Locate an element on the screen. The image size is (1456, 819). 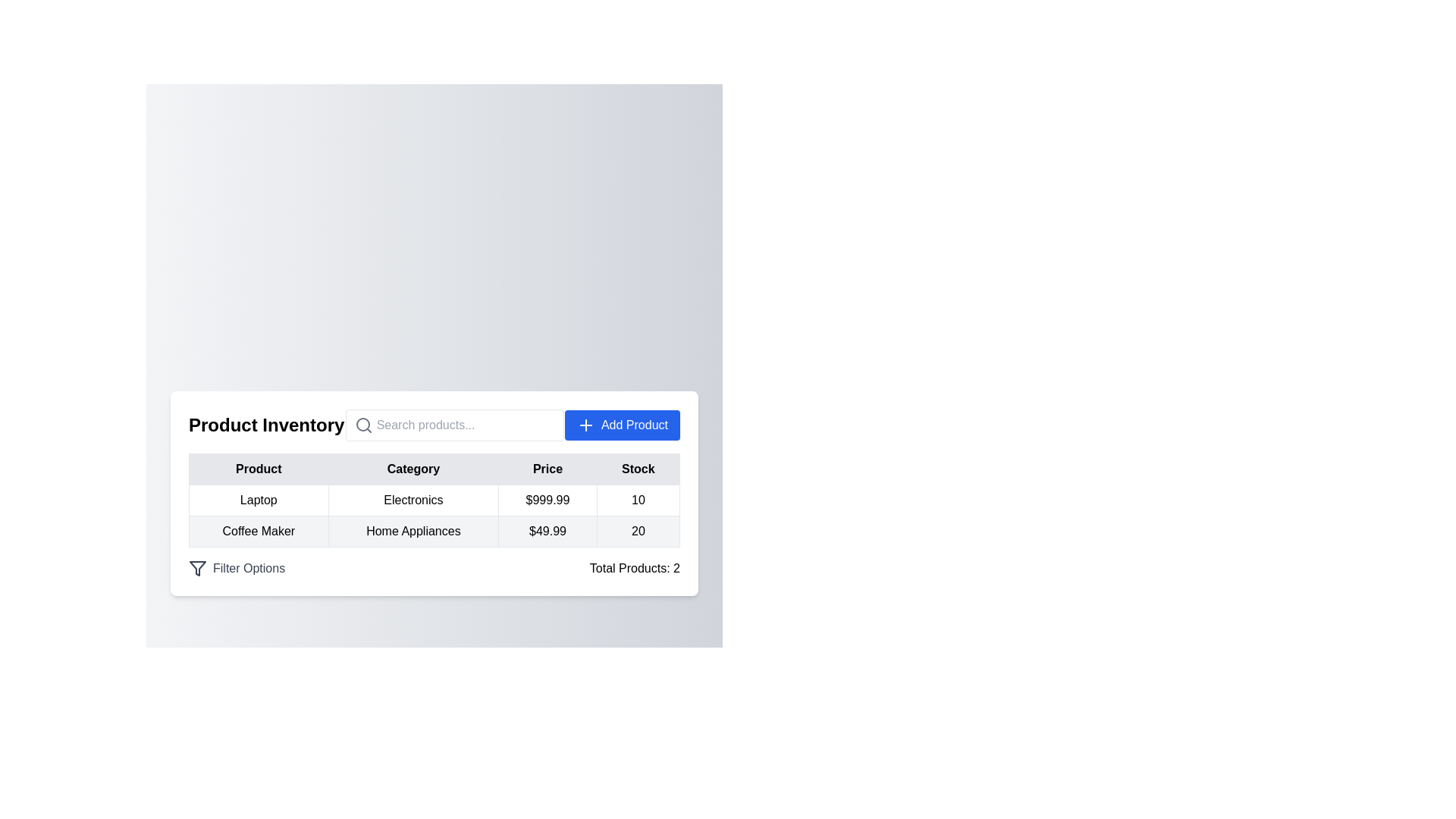
the title element for the 'Product Inventory' section, which is located at the top left of the card-like structure above the search bar and next to the 'Add Product' button is located at coordinates (266, 425).